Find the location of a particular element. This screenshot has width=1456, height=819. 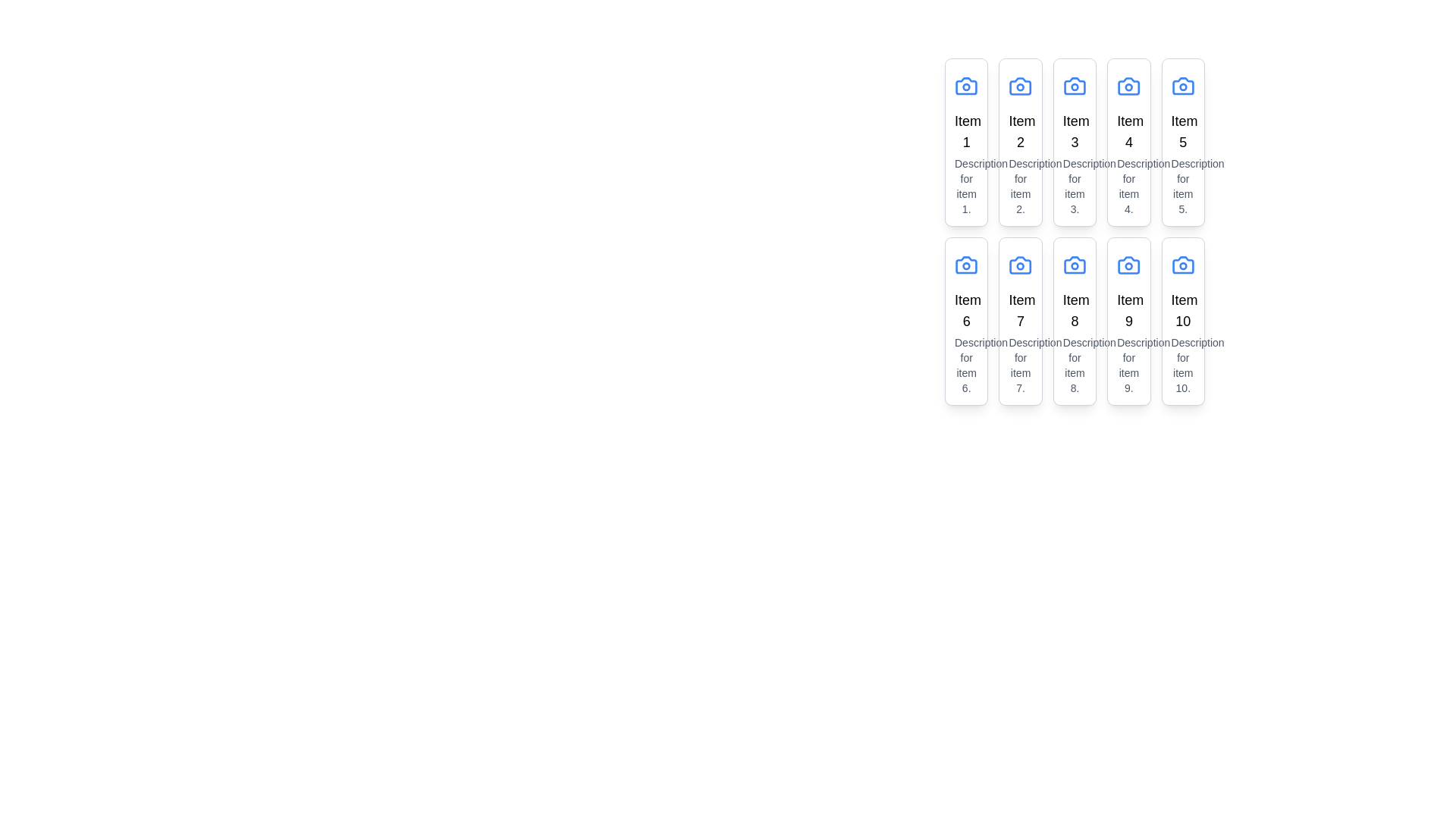

the visual card displaying an item in the second row, third column of the grid is located at coordinates (1074, 321).